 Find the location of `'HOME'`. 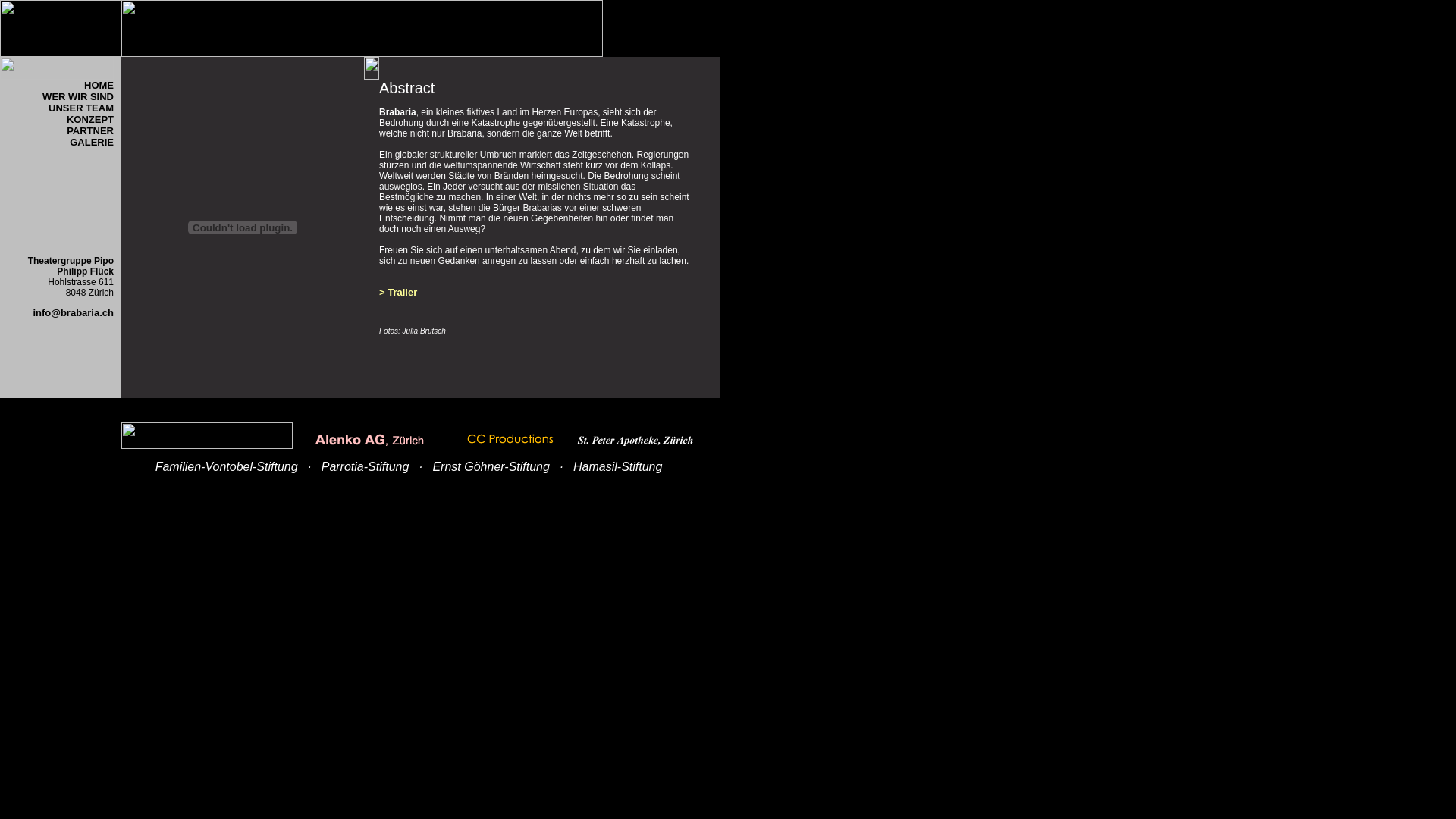

'HOME' is located at coordinates (98, 85).